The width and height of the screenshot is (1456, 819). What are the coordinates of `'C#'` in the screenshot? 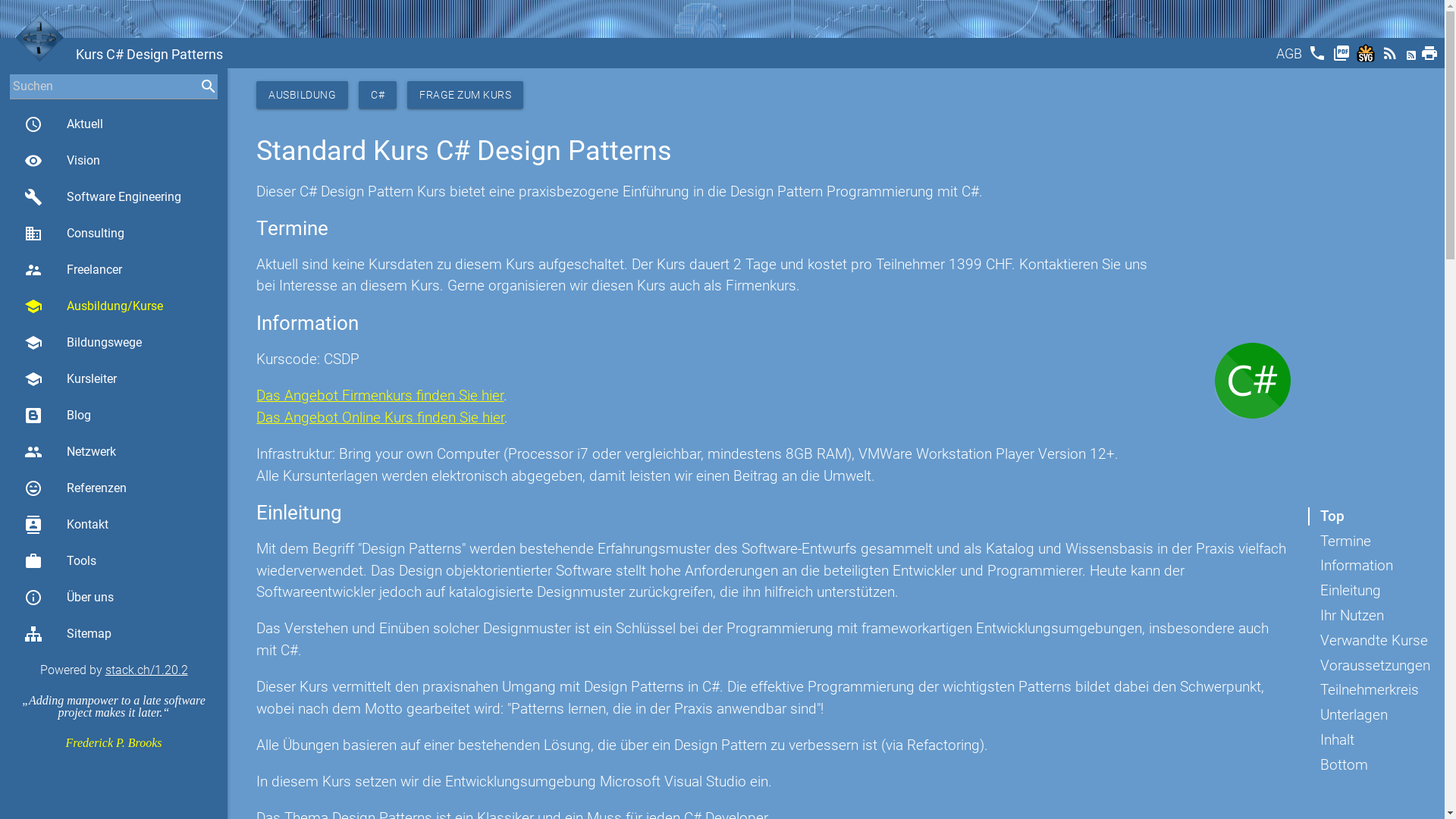 It's located at (378, 94).